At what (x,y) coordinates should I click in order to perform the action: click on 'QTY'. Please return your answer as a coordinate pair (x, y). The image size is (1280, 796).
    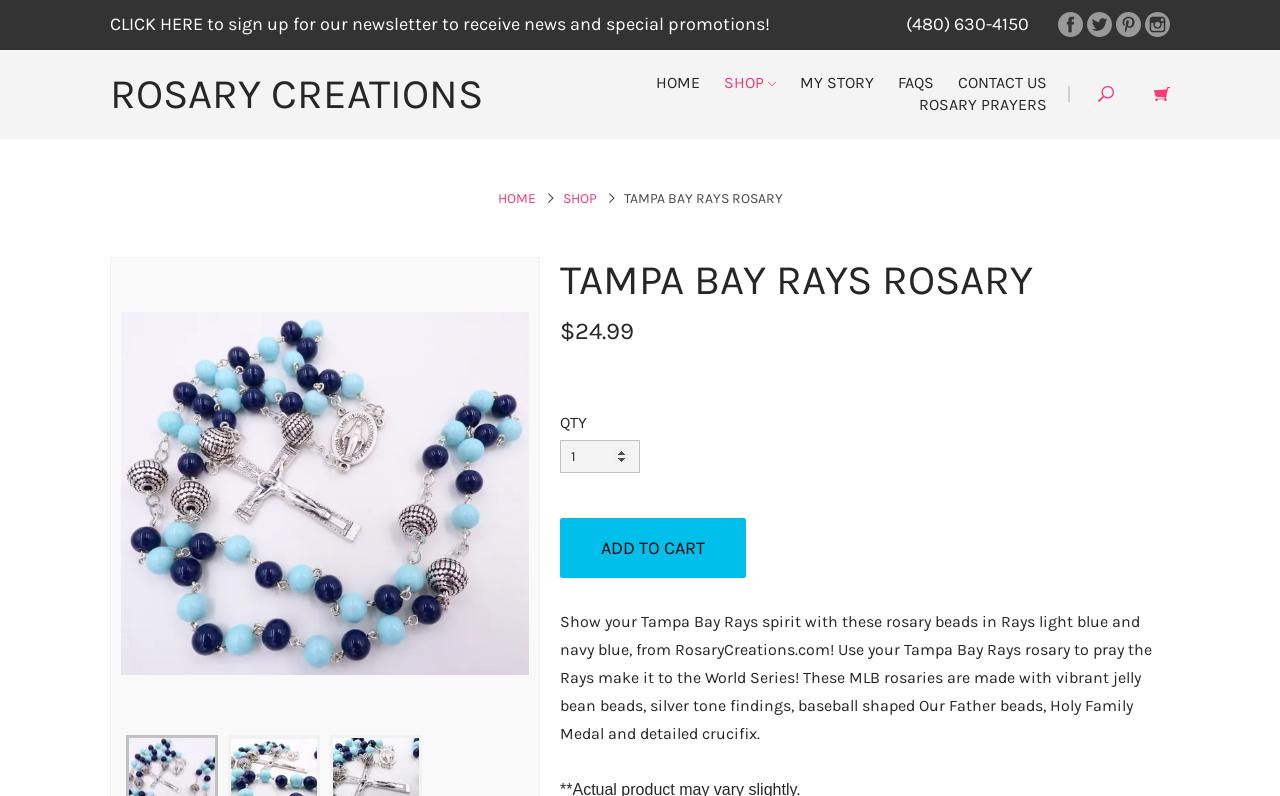
    Looking at the image, I should click on (572, 420).